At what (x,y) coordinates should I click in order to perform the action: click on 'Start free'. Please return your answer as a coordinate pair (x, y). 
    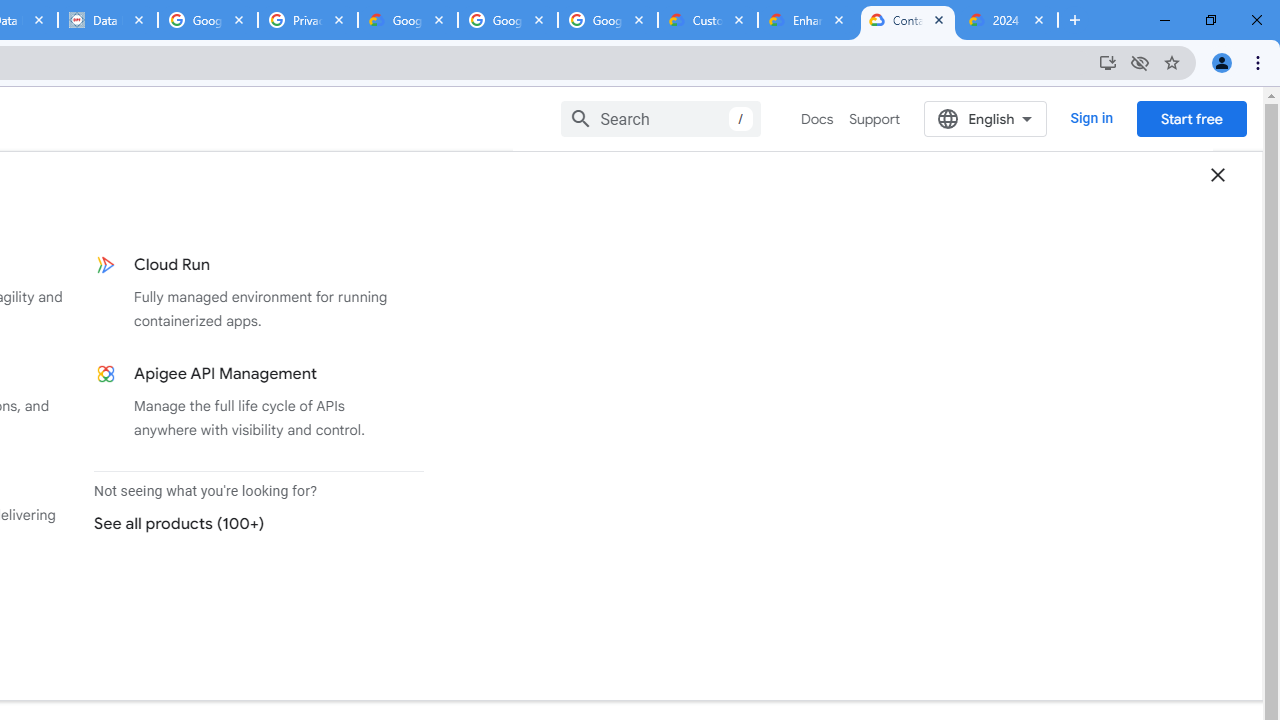
    Looking at the image, I should click on (1191, 118).